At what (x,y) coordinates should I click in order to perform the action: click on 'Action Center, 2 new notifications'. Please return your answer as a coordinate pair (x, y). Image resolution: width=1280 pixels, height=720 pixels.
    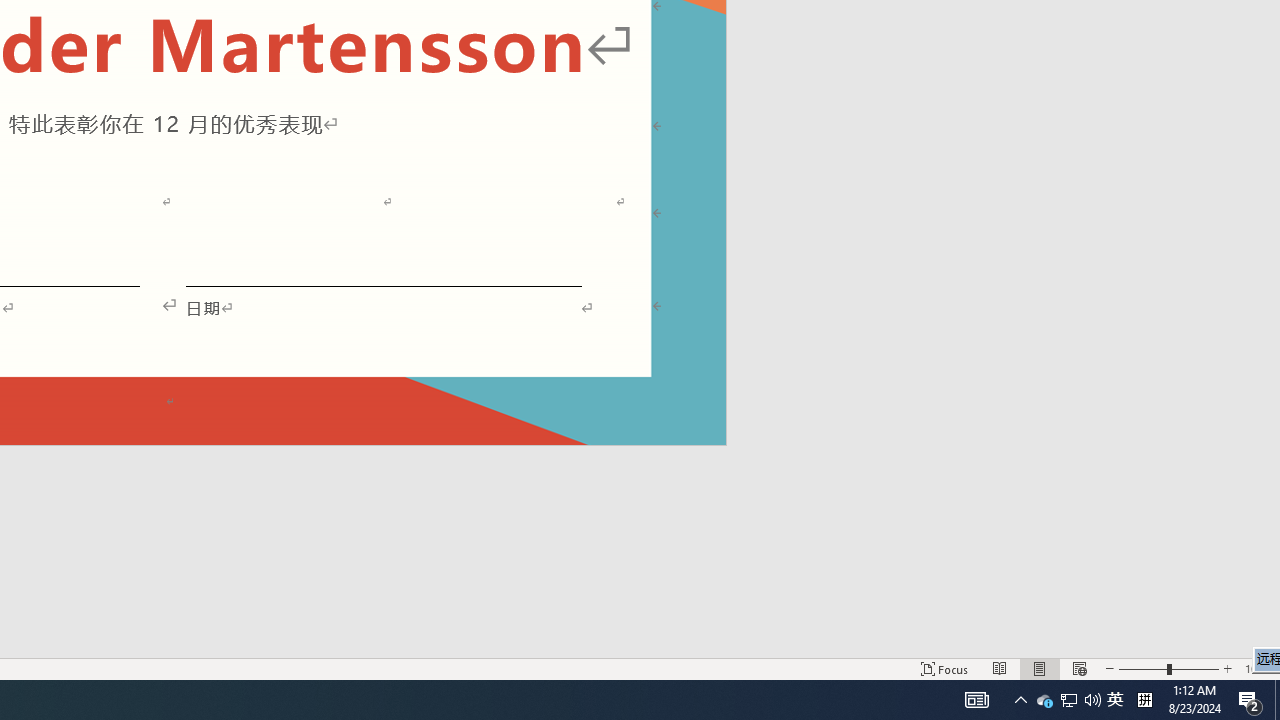
    Looking at the image, I should click on (1250, 698).